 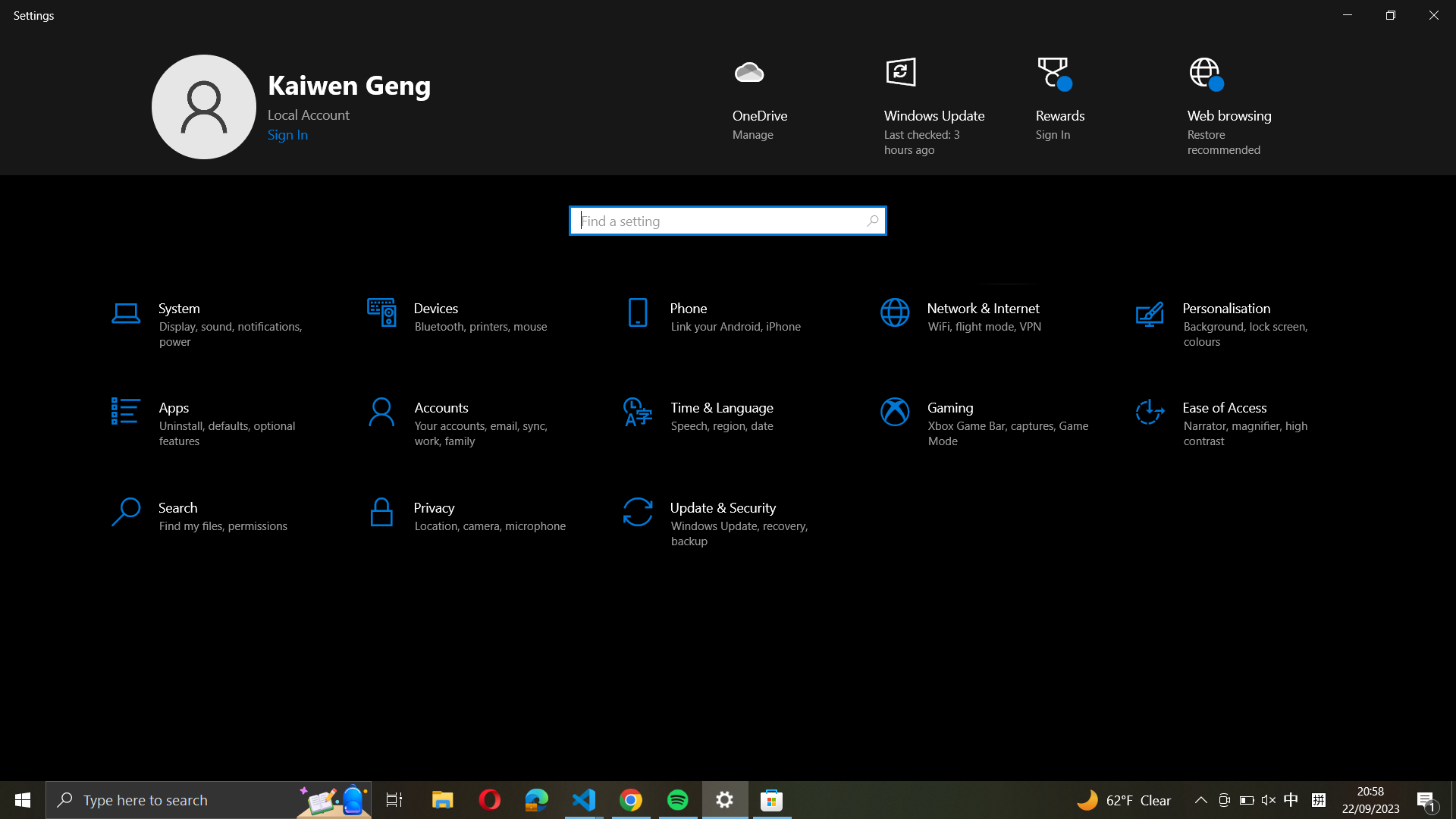 What do you see at coordinates (1066, 106) in the screenshot?
I see `Proceed by selecting the "Rewards" button` at bounding box center [1066, 106].